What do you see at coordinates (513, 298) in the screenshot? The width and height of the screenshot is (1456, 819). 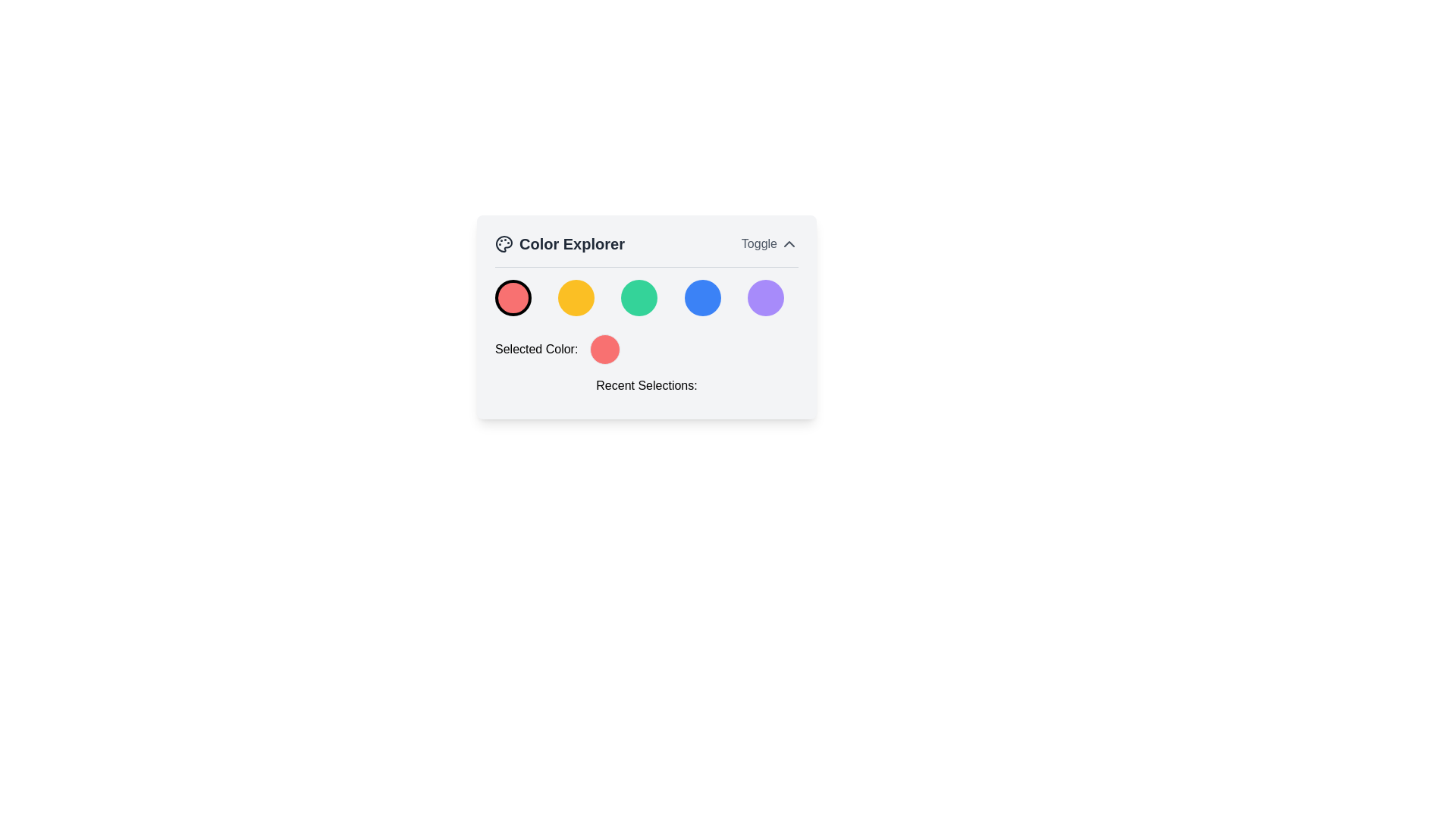 I see `the first circular button for selecting the color red located under the 'Color Explorer' title` at bounding box center [513, 298].